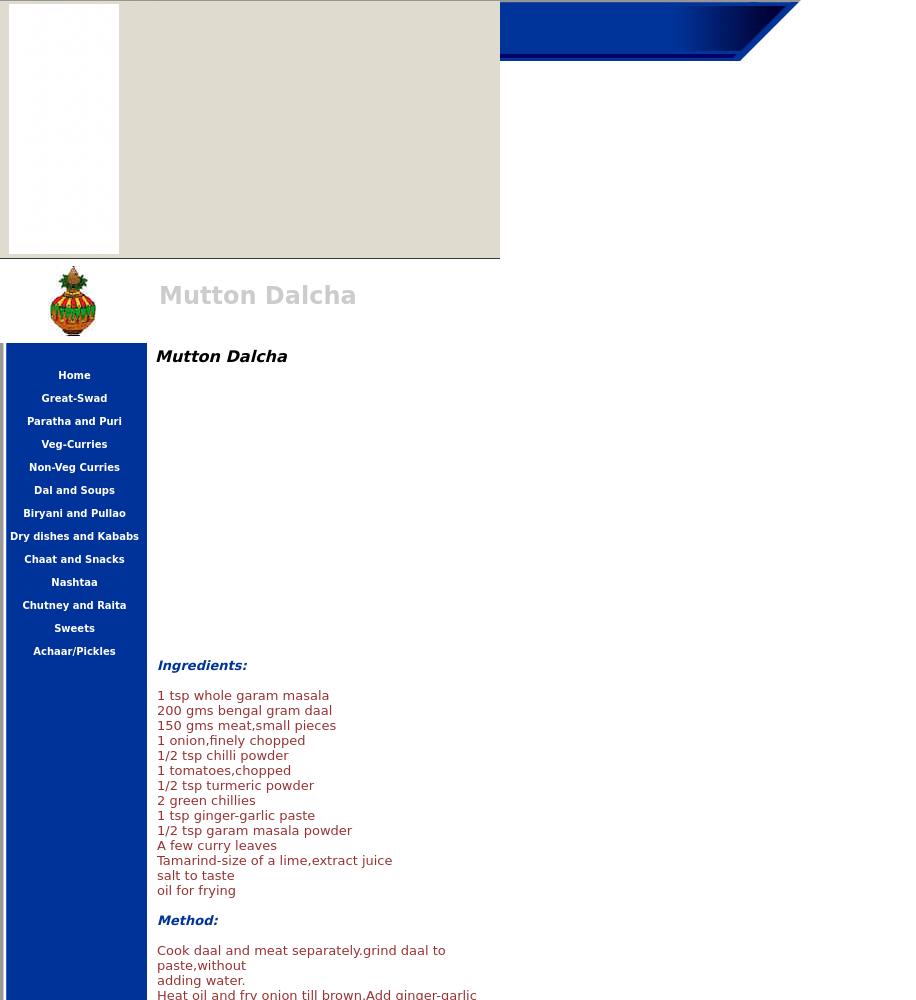 The width and height of the screenshot is (916, 1000). What do you see at coordinates (23, 559) in the screenshot?
I see `'Chaat and Snacks'` at bounding box center [23, 559].